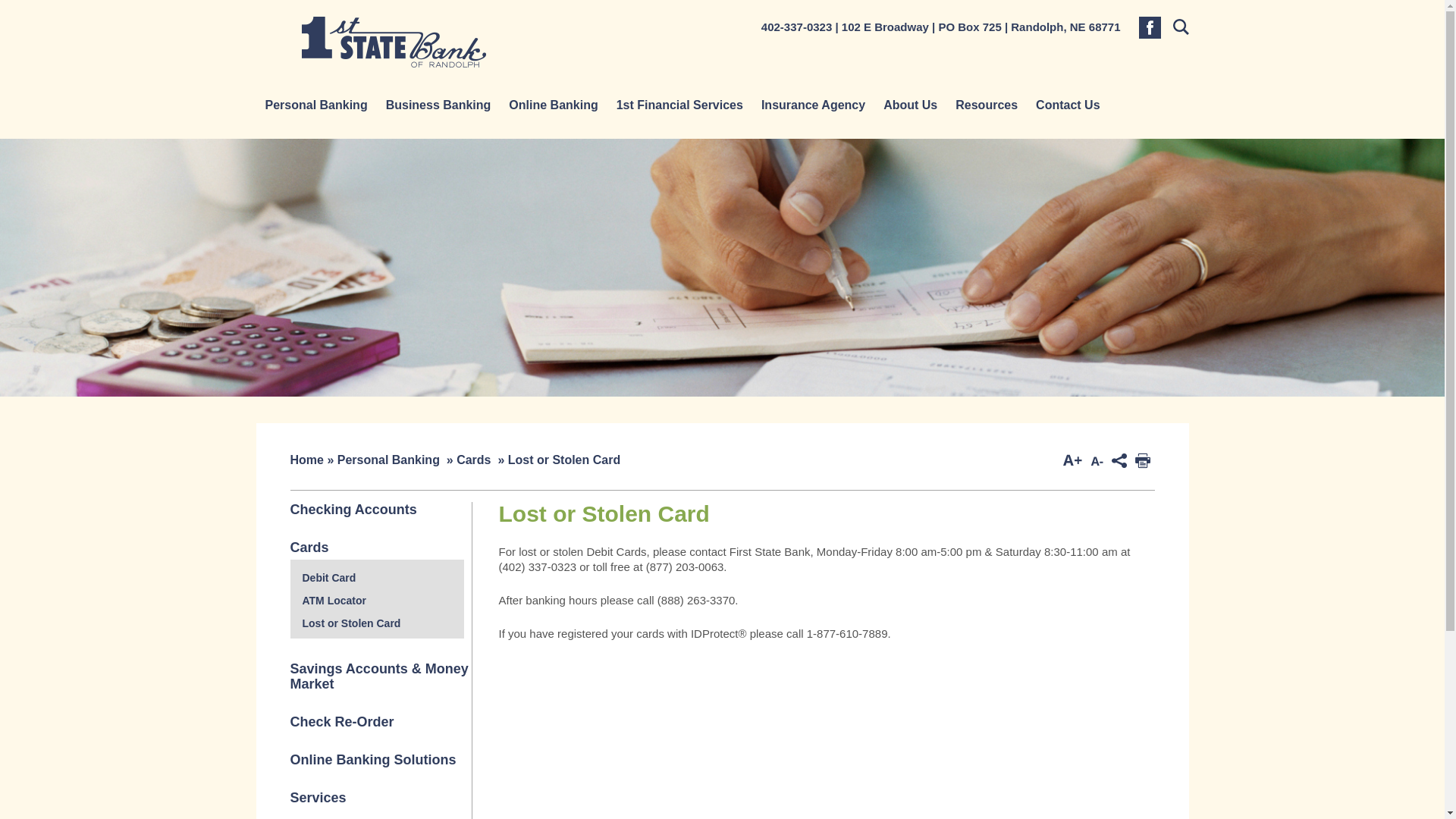 The height and width of the screenshot is (819, 1456). I want to click on 'Resources', so click(946, 104).